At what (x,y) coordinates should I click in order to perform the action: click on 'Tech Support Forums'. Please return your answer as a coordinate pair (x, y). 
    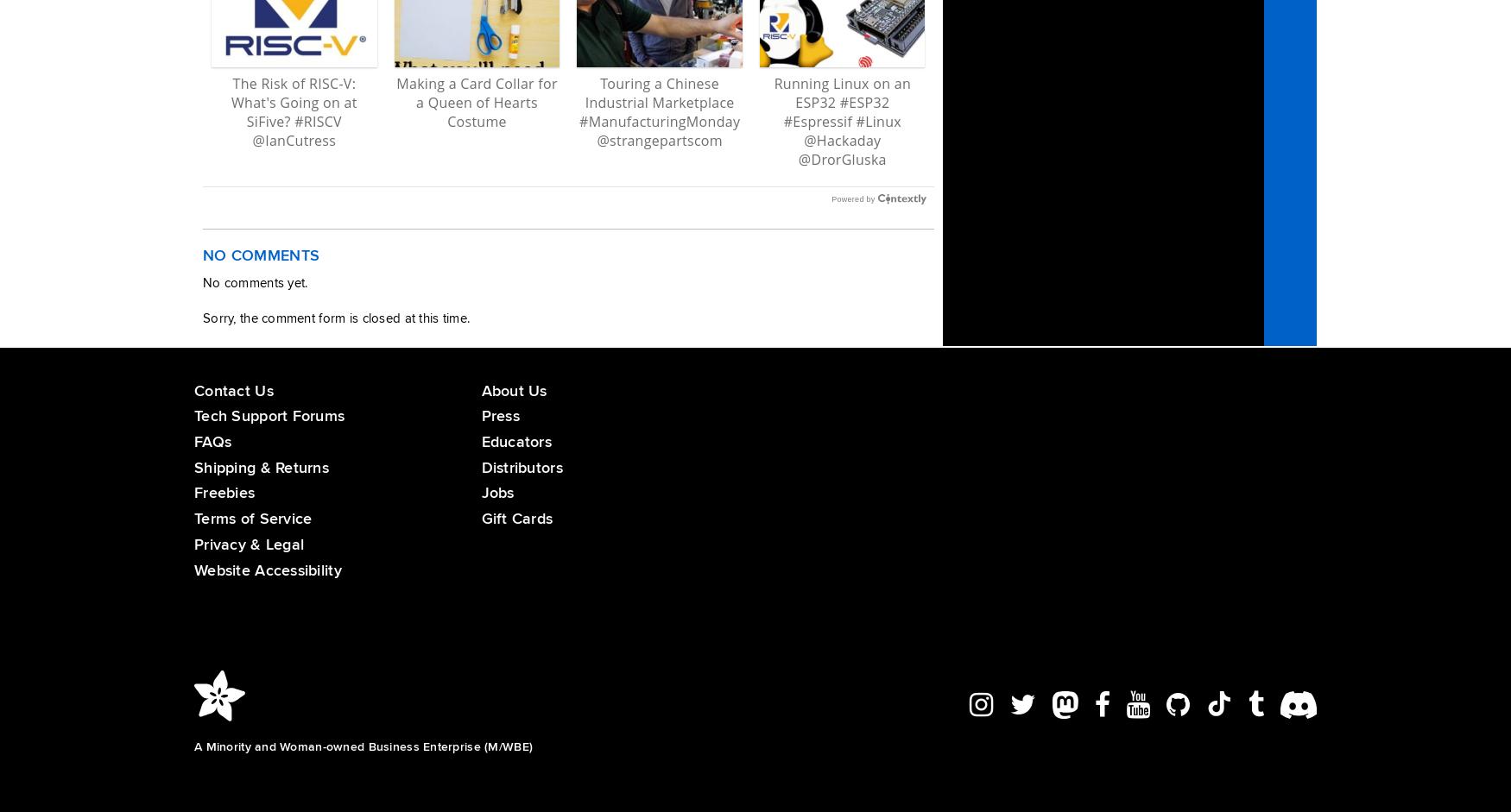
    Looking at the image, I should click on (269, 414).